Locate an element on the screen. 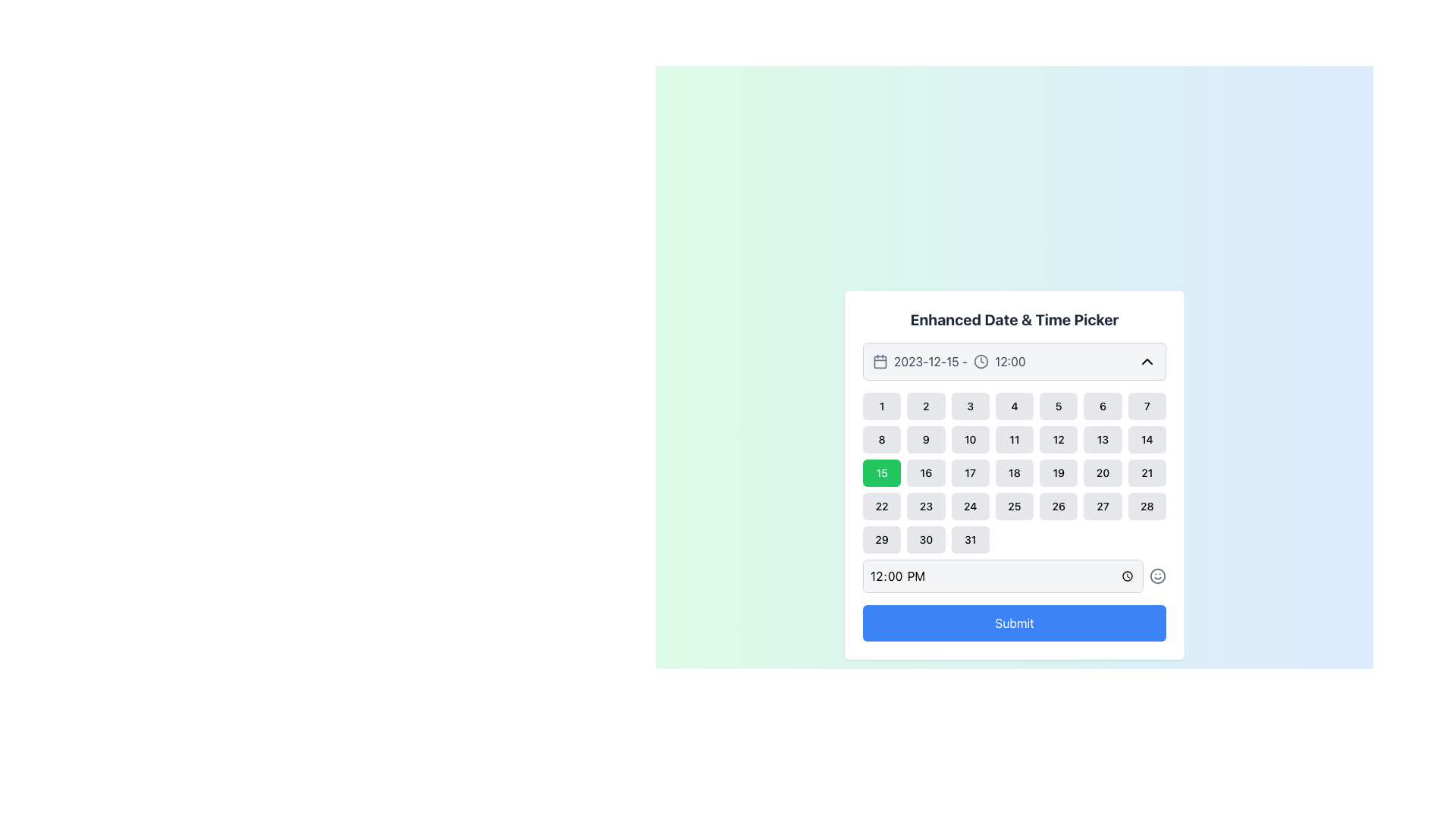  the selectable date button labeled '16' in the calendar interface to highlight it is located at coordinates (925, 472).